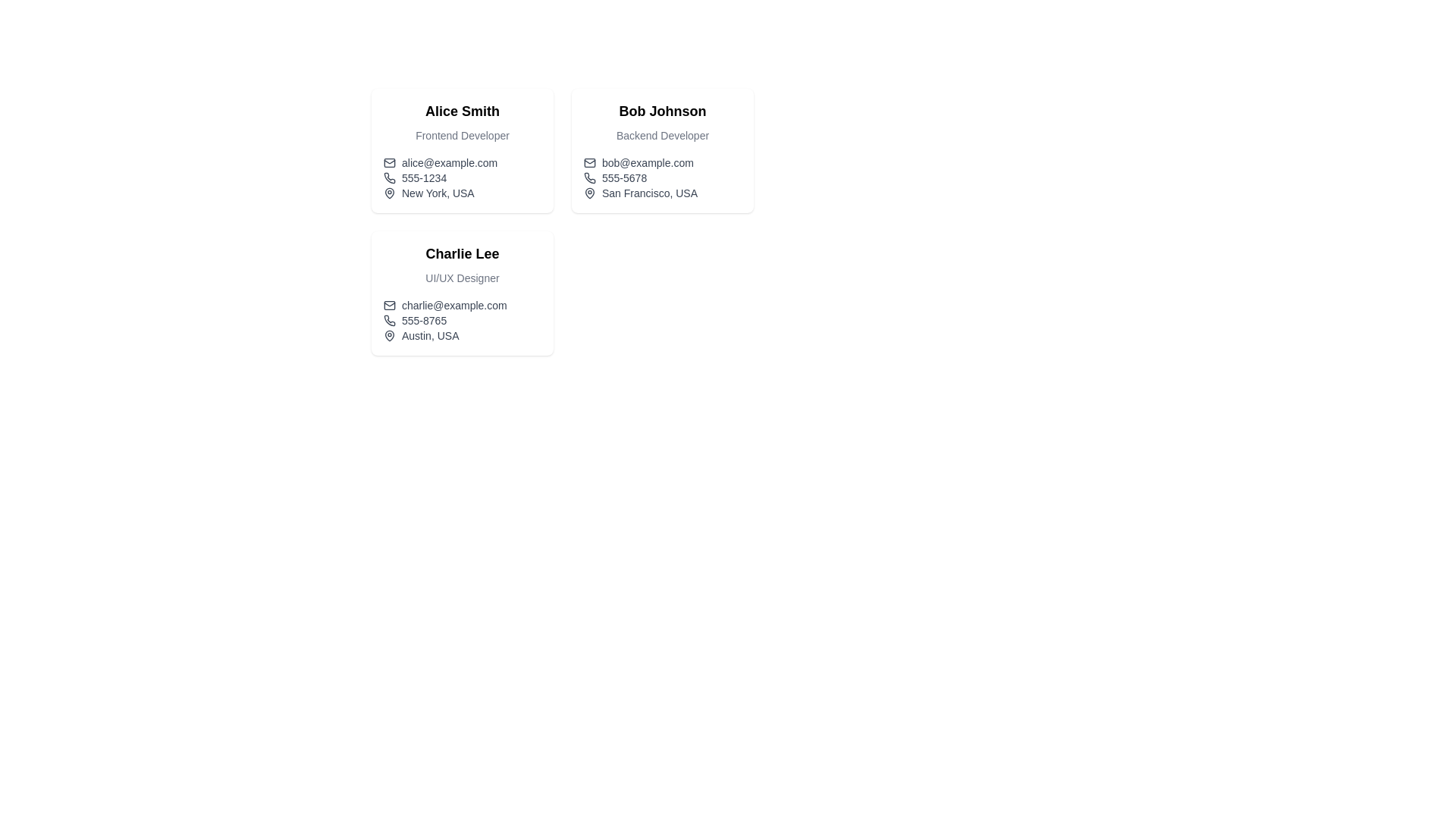  Describe the element at coordinates (389, 163) in the screenshot. I see `the email icon located at the leftmost side of the row containing 'alice@example.com' for Alice Smith` at that location.